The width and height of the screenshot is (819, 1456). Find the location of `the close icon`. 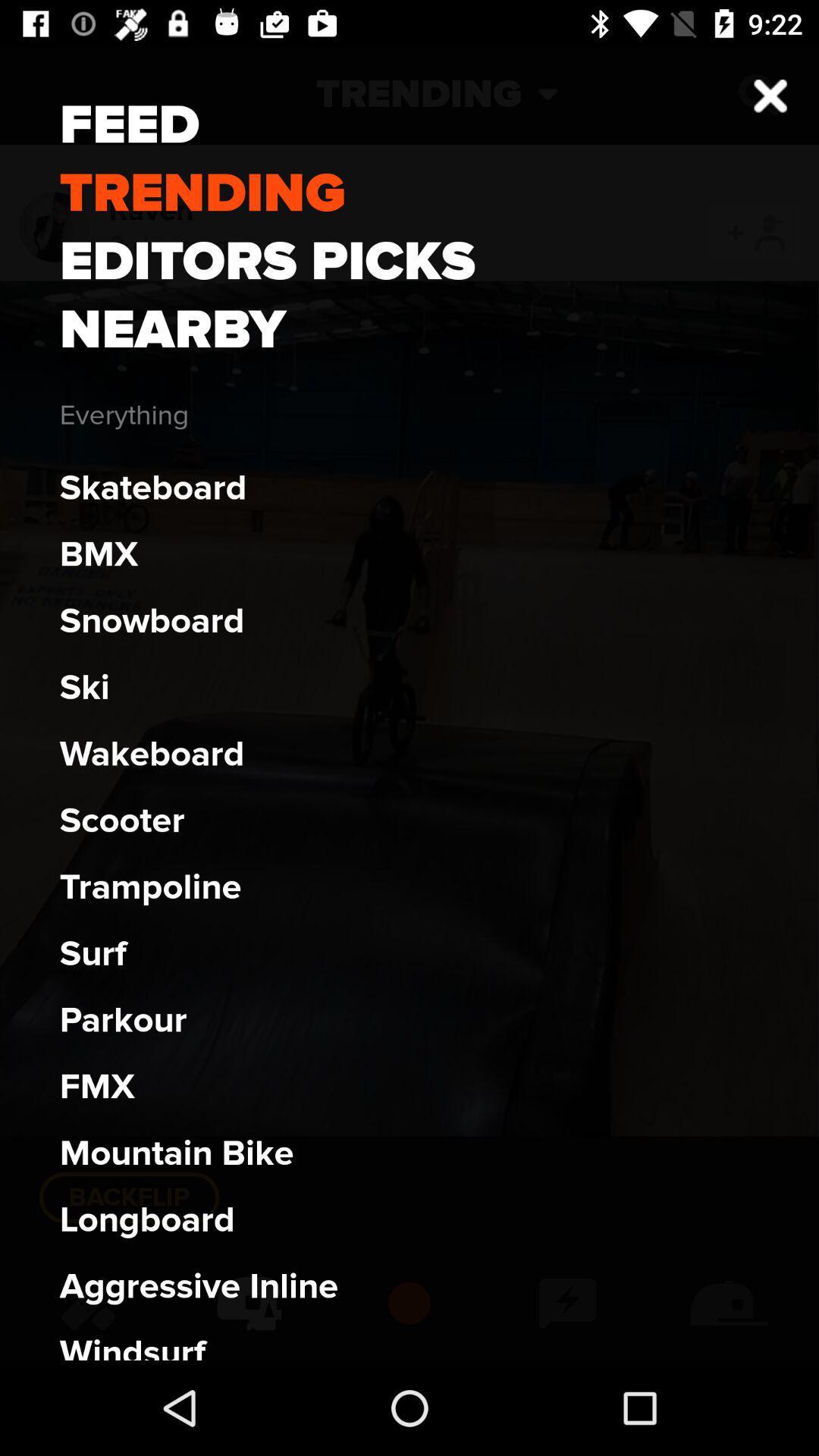

the close icon is located at coordinates (770, 95).